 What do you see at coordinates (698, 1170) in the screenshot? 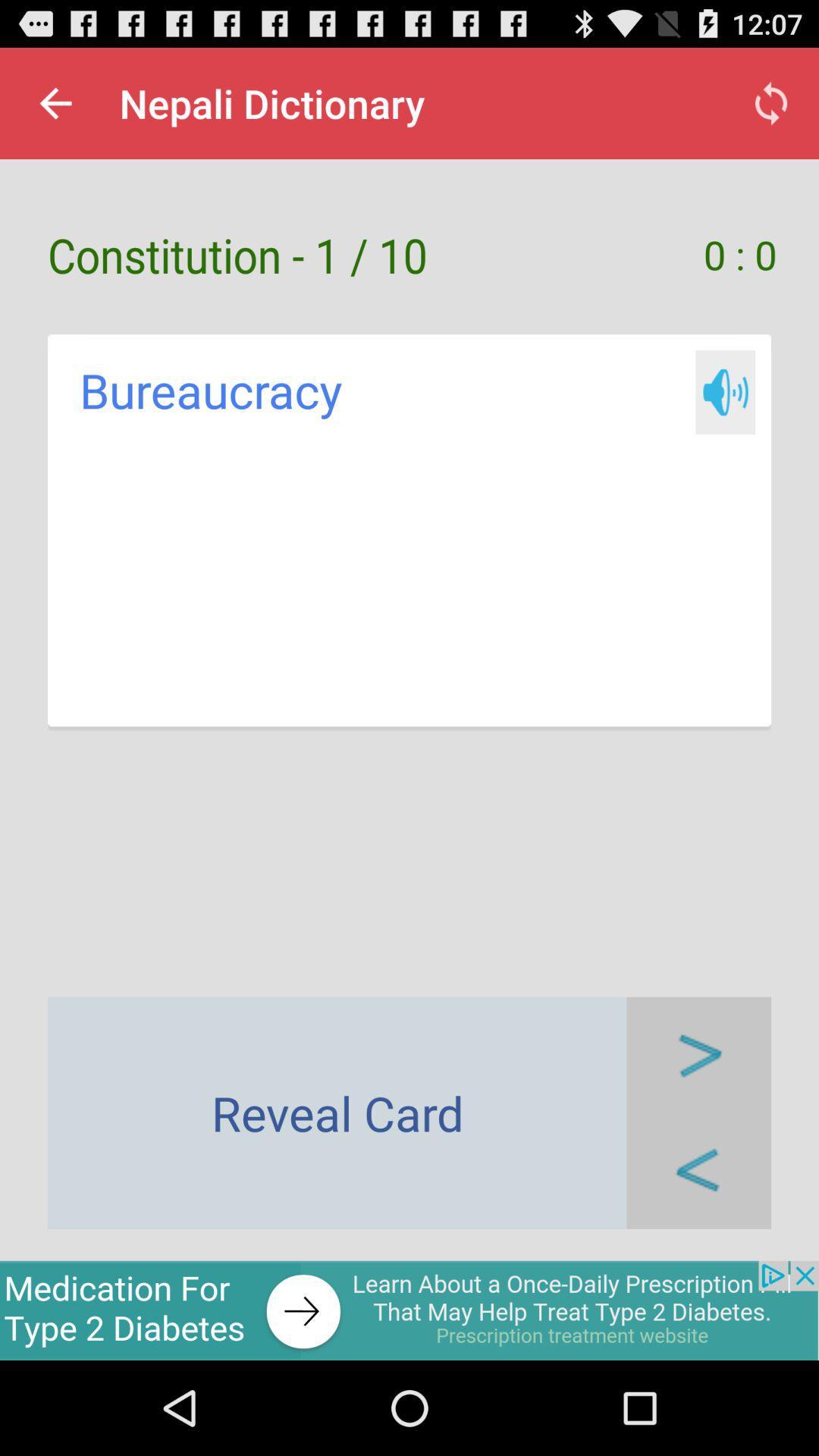
I see `go back` at bounding box center [698, 1170].